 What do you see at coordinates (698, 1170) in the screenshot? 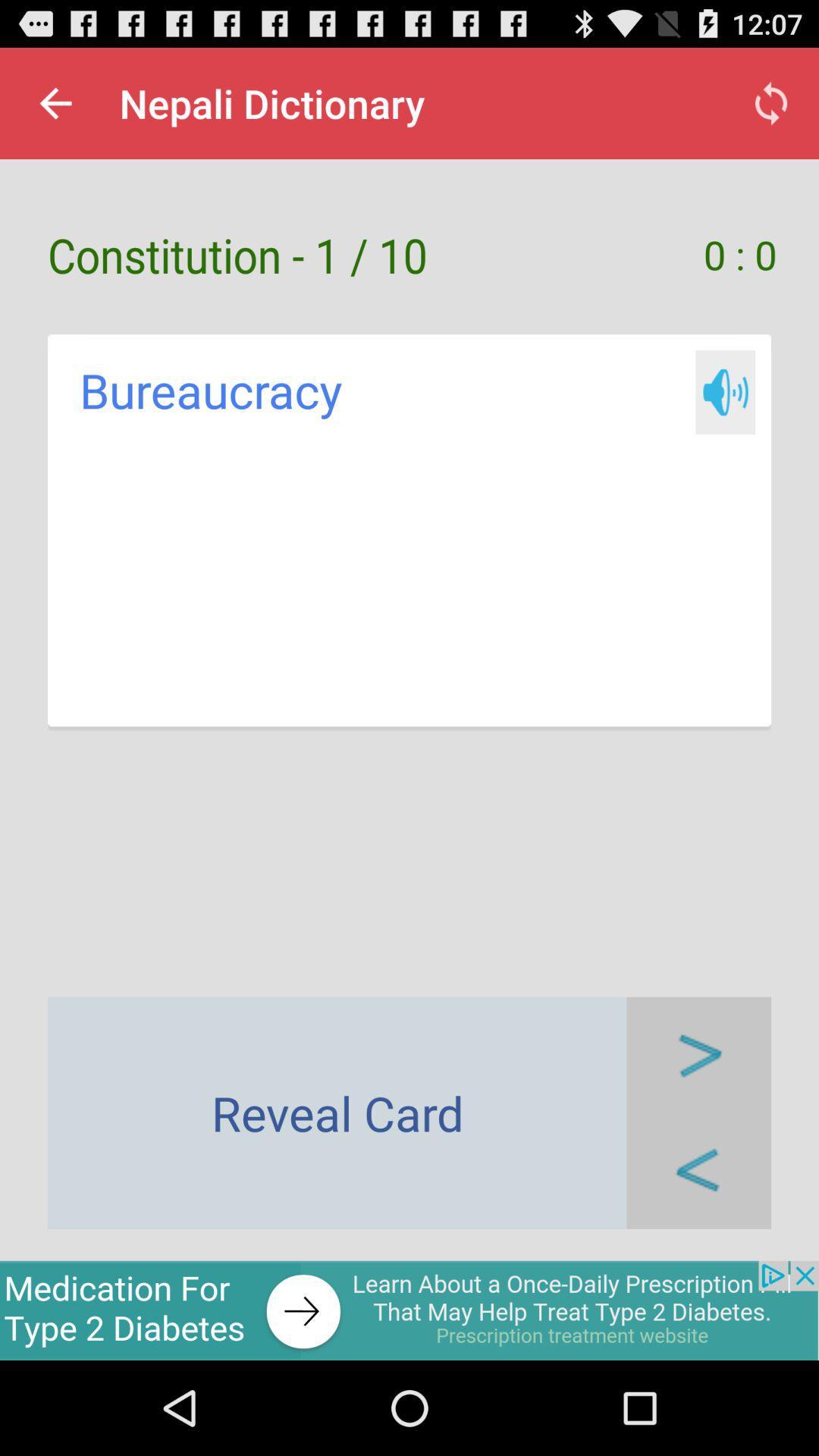
I see `go back` at bounding box center [698, 1170].